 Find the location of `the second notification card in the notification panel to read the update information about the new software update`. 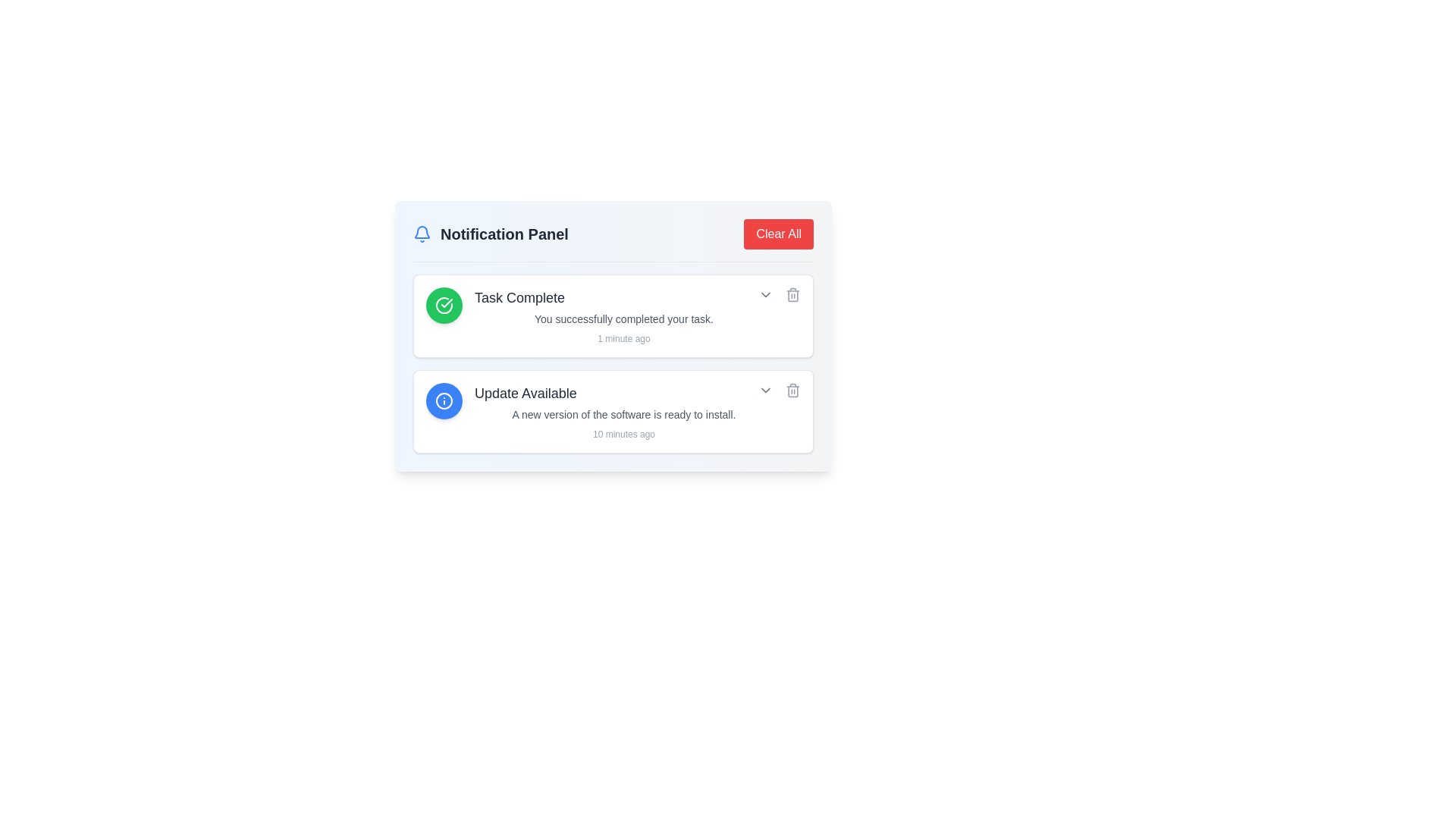

the second notification card in the notification panel to read the update information about the new software update is located at coordinates (623, 412).